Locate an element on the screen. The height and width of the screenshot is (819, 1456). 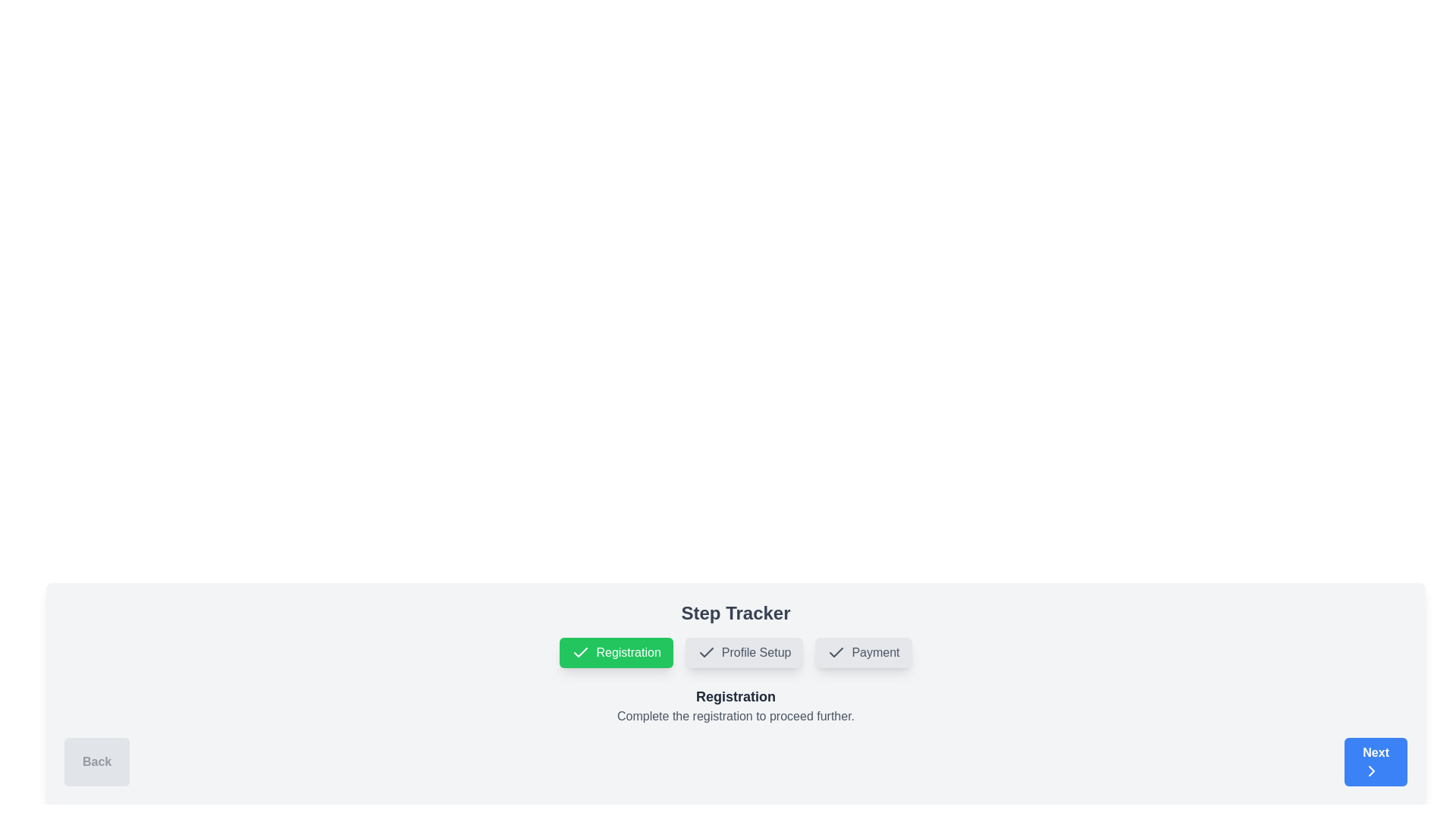
the icon indicating the 'Payment' phase is complete, which is positioned to the left of the text 'Payment' is located at coordinates (836, 651).